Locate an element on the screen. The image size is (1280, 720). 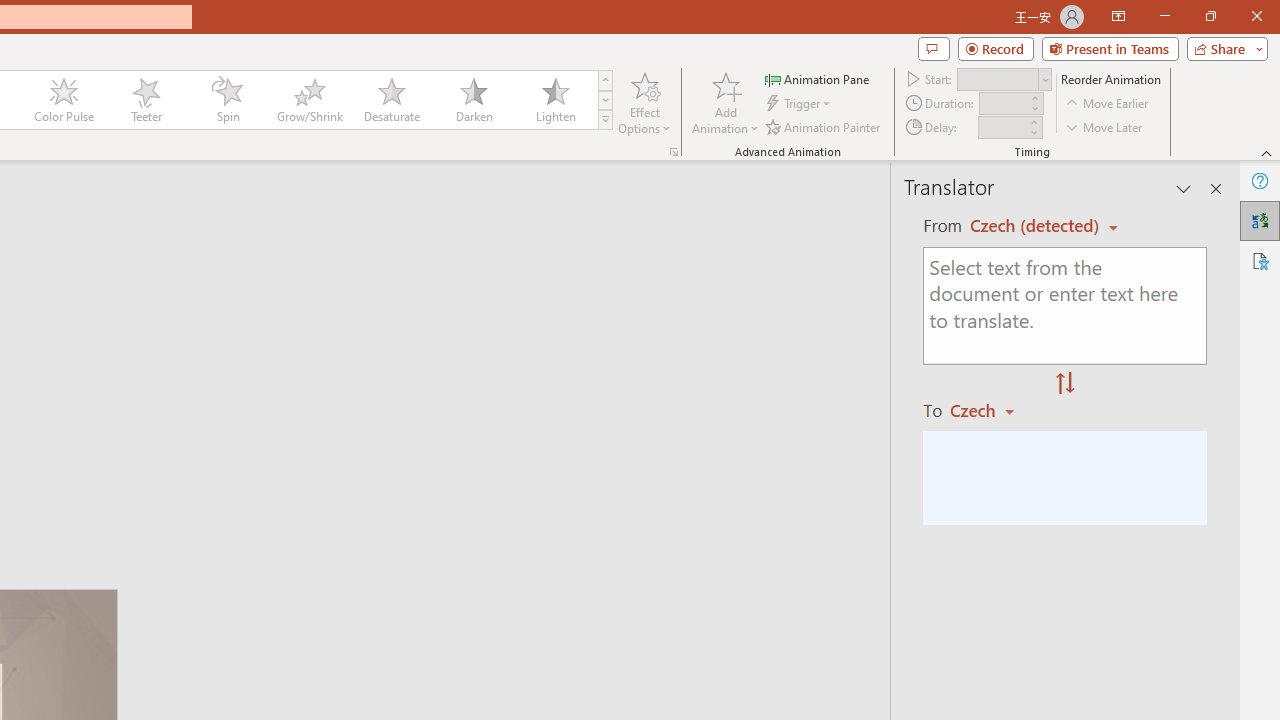
'Effect Options' is located at coordinates (645, 103).